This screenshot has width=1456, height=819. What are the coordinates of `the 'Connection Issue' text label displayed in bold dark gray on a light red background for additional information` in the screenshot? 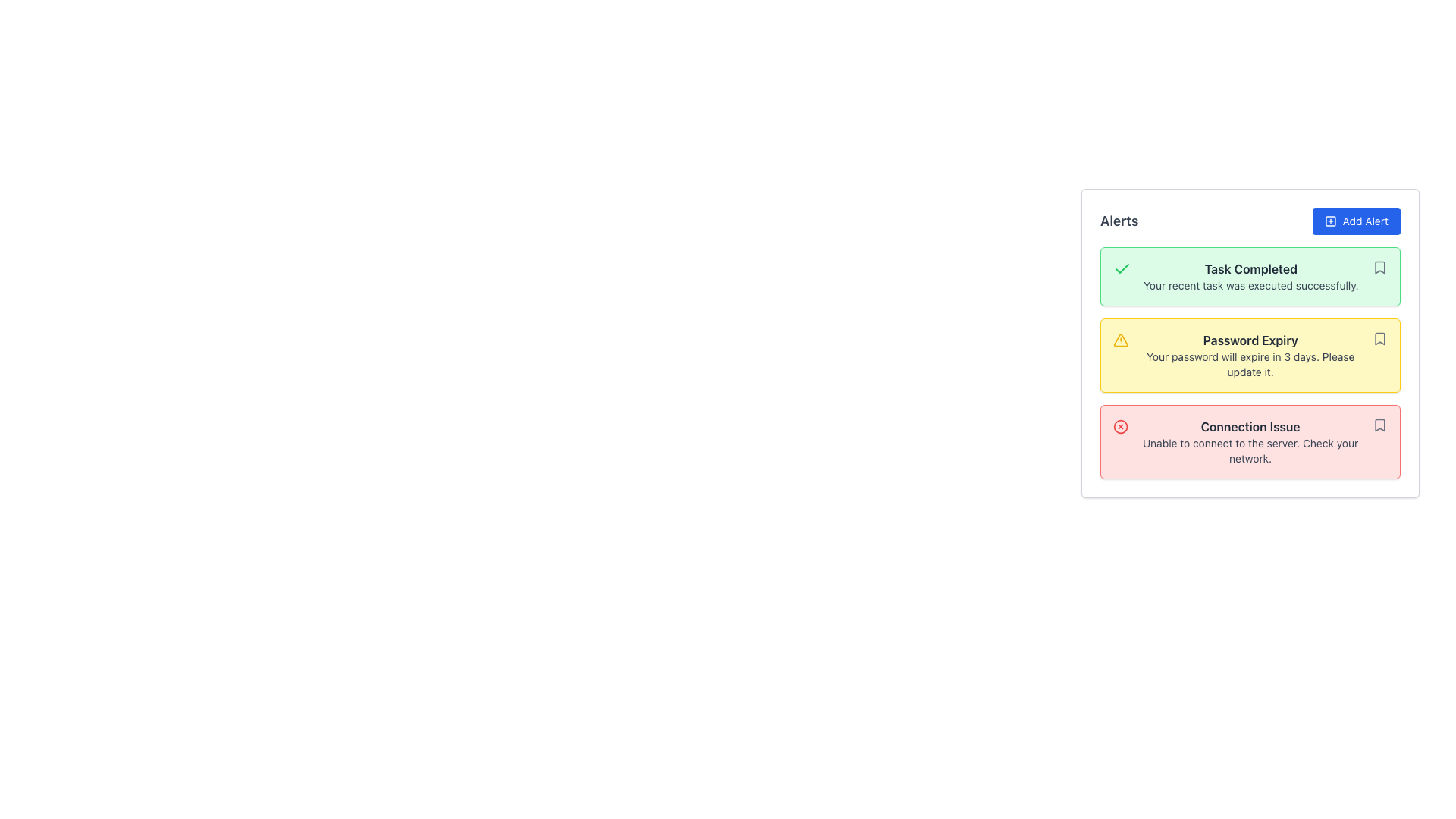 It's located at (1250, 427).